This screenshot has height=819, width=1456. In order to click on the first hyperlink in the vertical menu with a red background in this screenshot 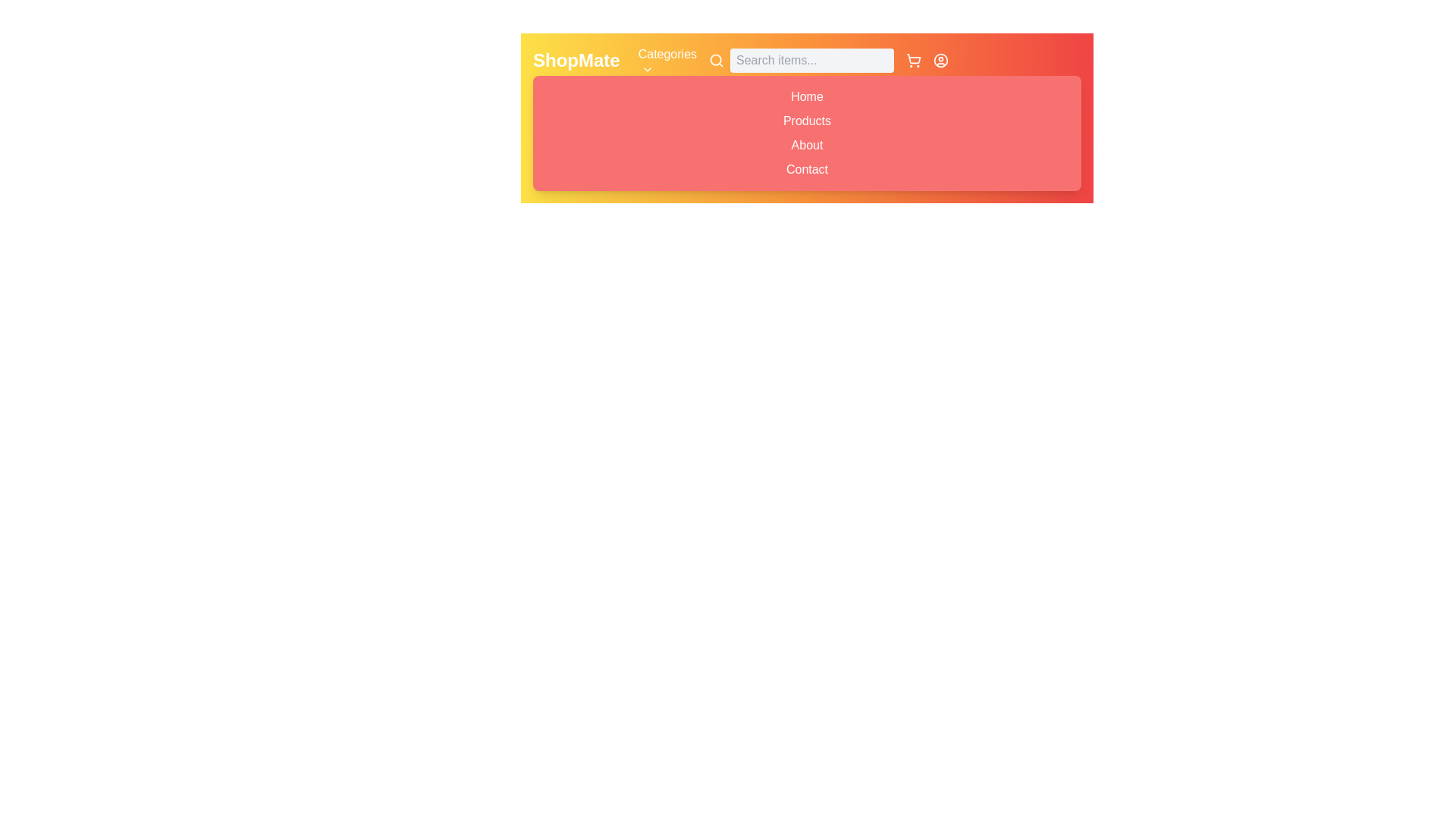, I will do `click(806, 96)`.